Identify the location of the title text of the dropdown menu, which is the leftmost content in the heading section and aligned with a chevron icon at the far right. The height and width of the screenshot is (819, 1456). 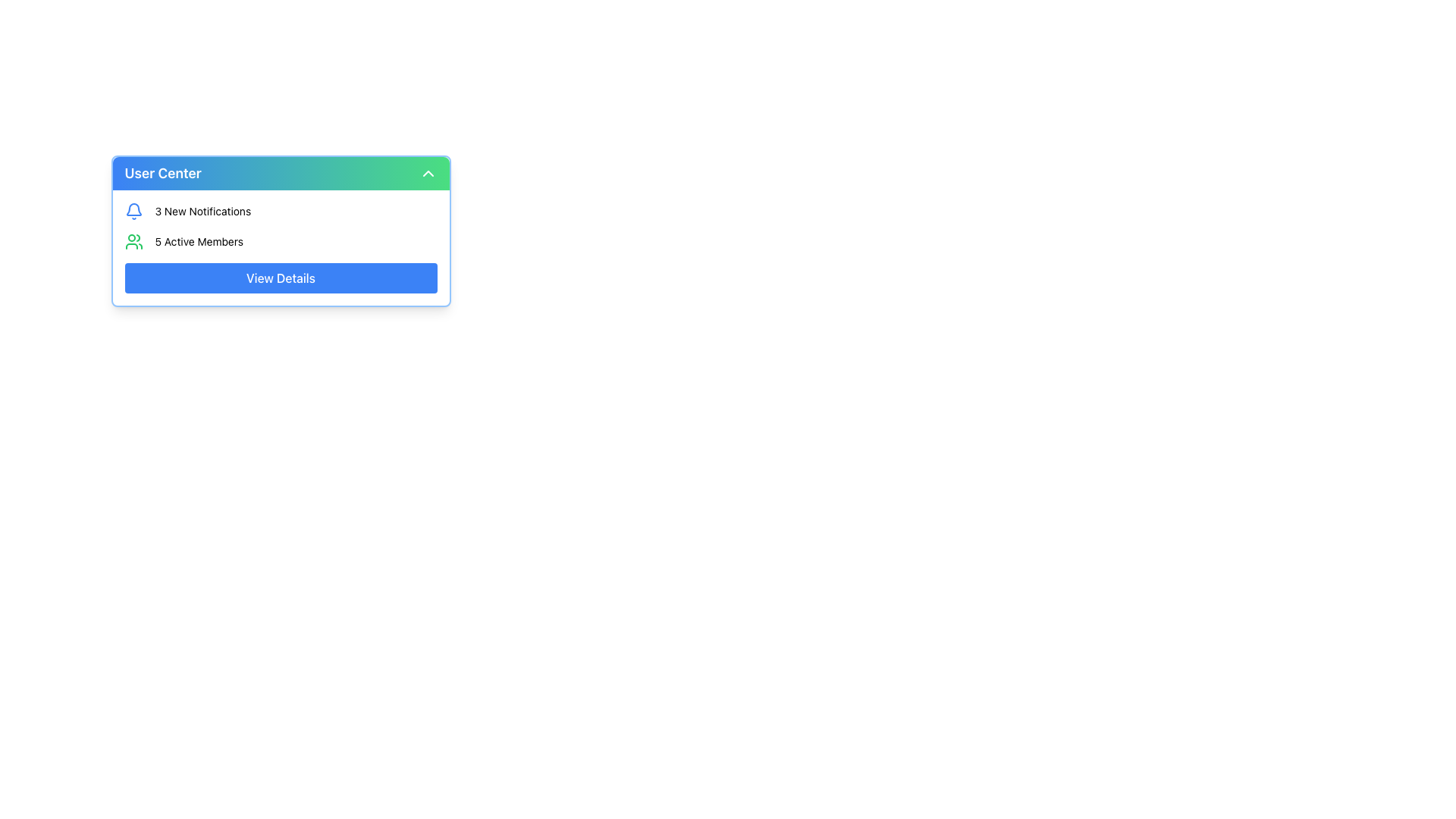
(163, 172).